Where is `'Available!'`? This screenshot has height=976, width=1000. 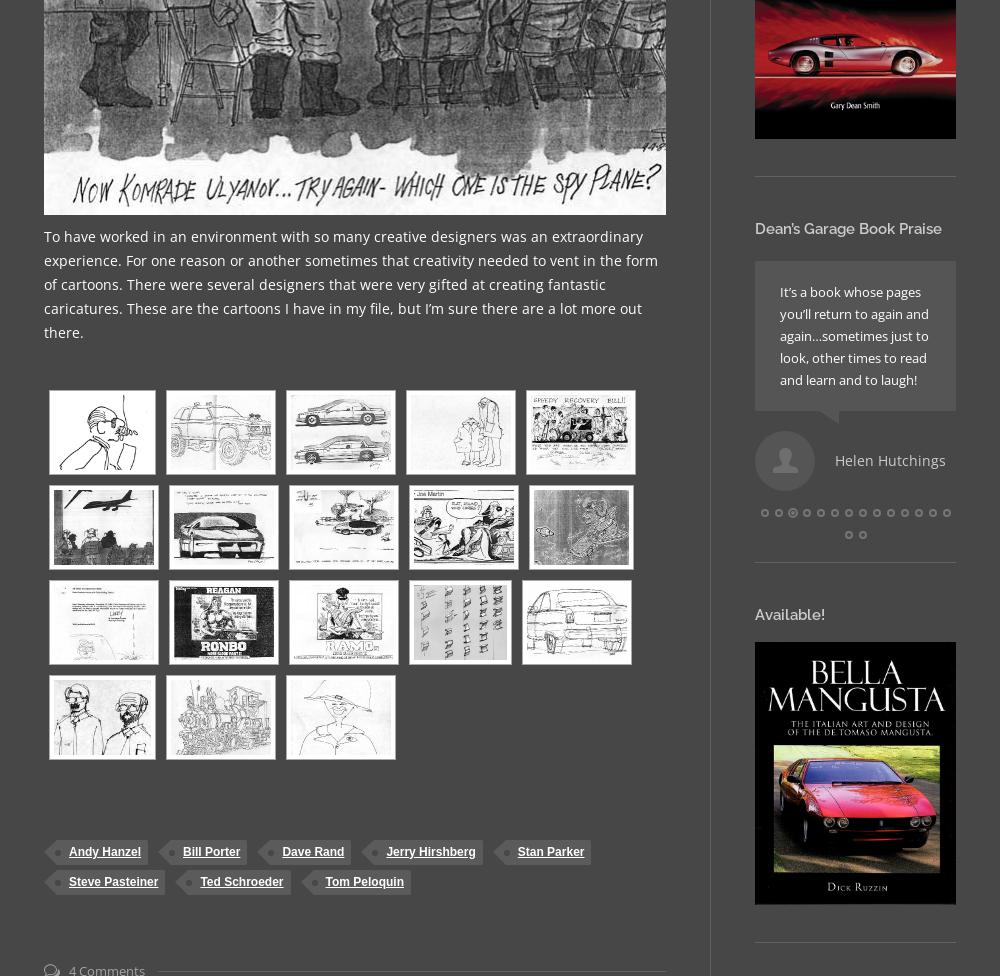 'Available!' is located at coordinates (790, 613).